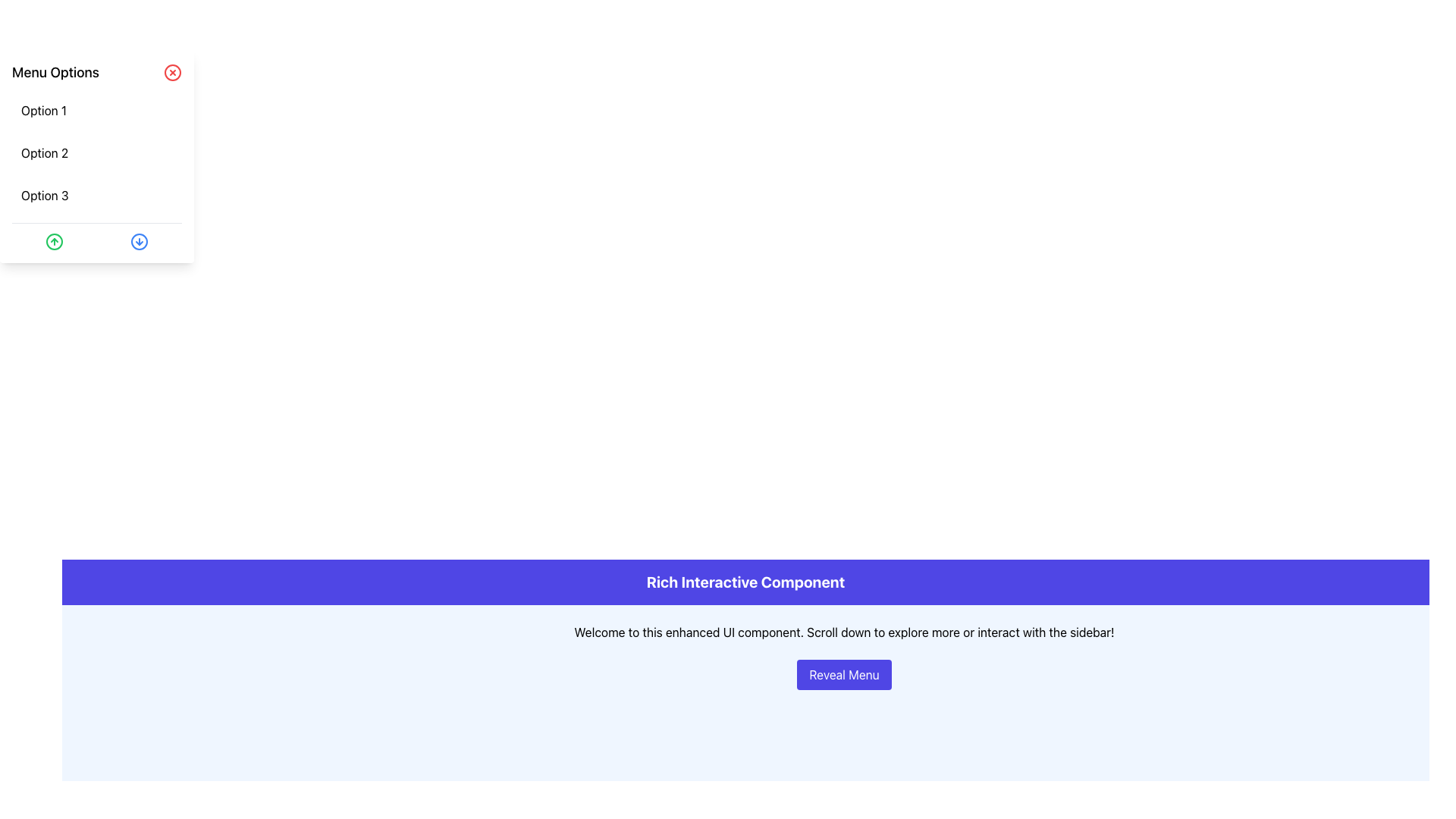 Image resolution: width=1456 pixels, height=819 pixels. Describe the element at coordinates (55, 241) in the screenshot. I see `the circular SVG graphic located near the bottom left corner of the 'Menu Options' section, which serves as an interactive component for signaling actions` at that location.